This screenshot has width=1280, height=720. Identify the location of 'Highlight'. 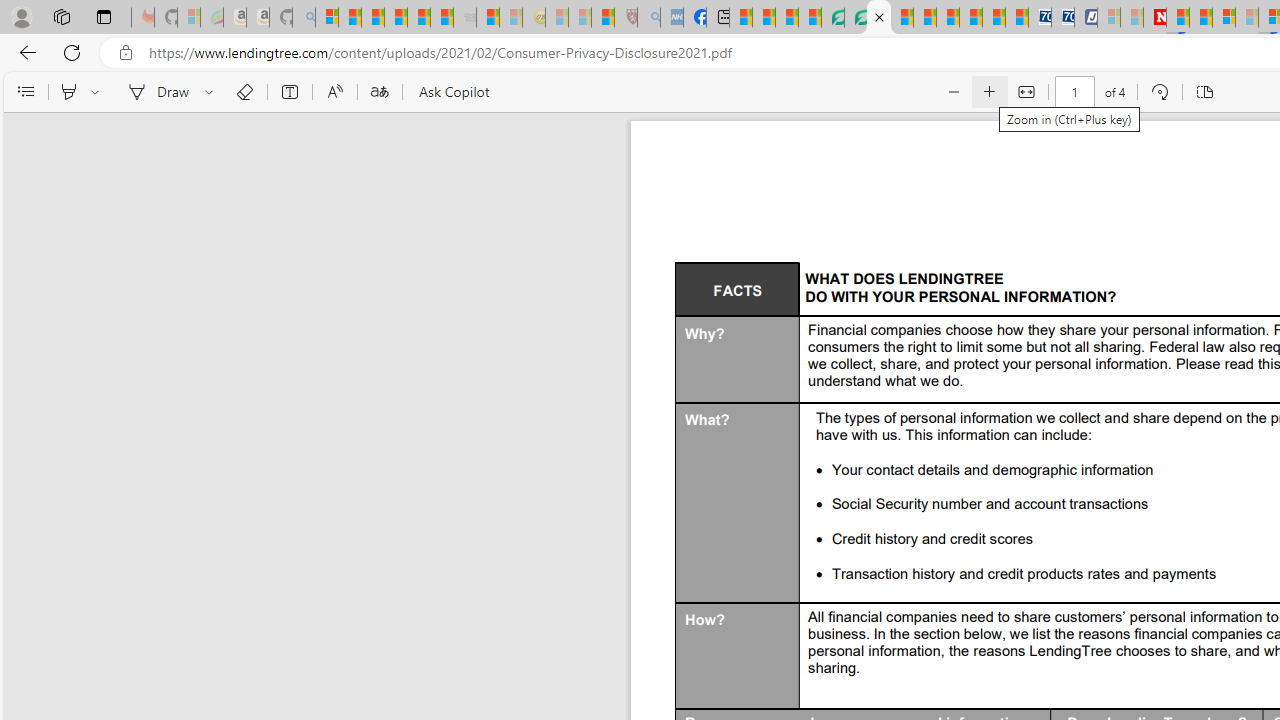
(68, 92).